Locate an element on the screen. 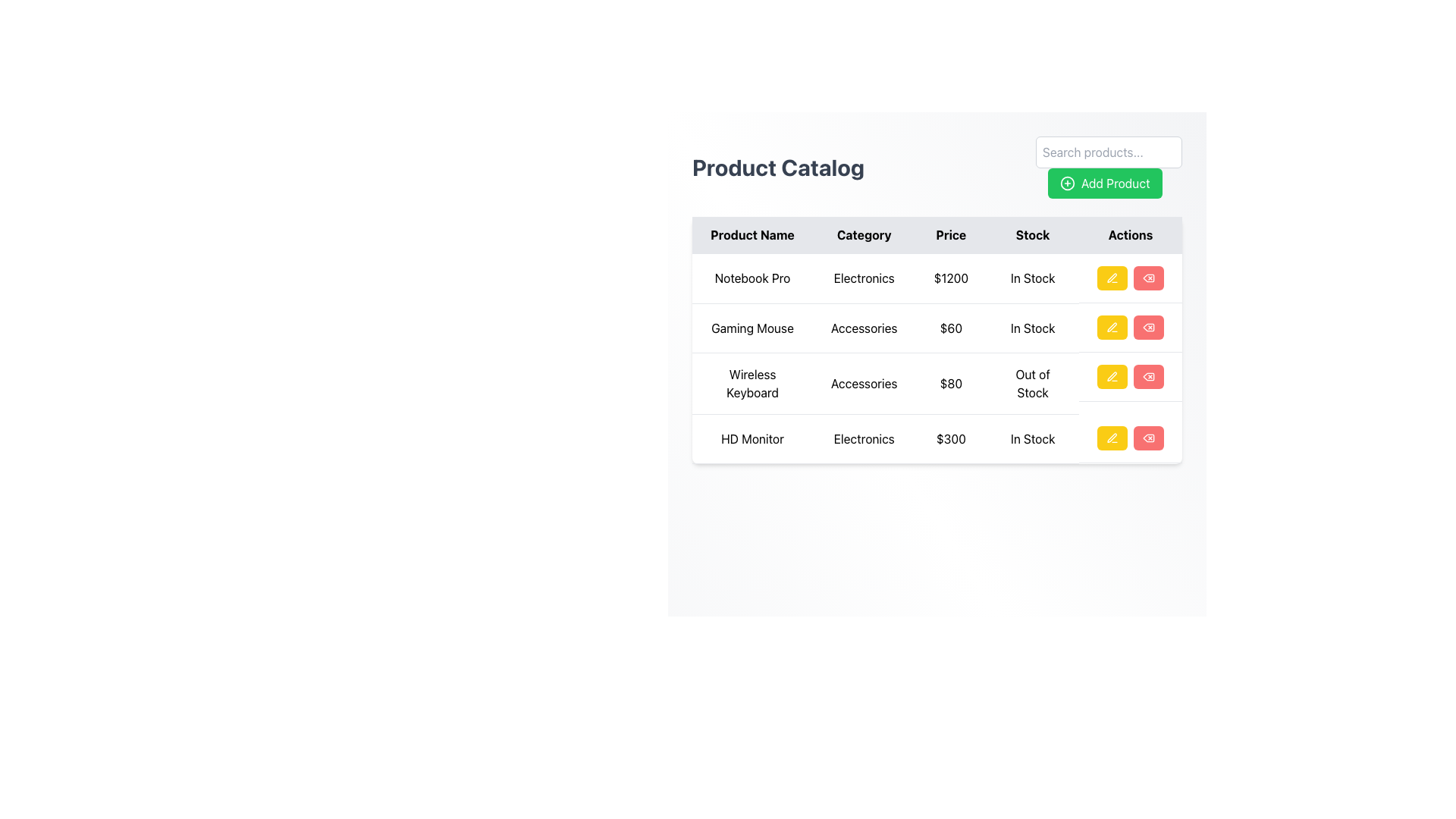  the yellow button with a pen icon located in the Actions column for the HD Monitor product is located at coordinates (1131, 438).